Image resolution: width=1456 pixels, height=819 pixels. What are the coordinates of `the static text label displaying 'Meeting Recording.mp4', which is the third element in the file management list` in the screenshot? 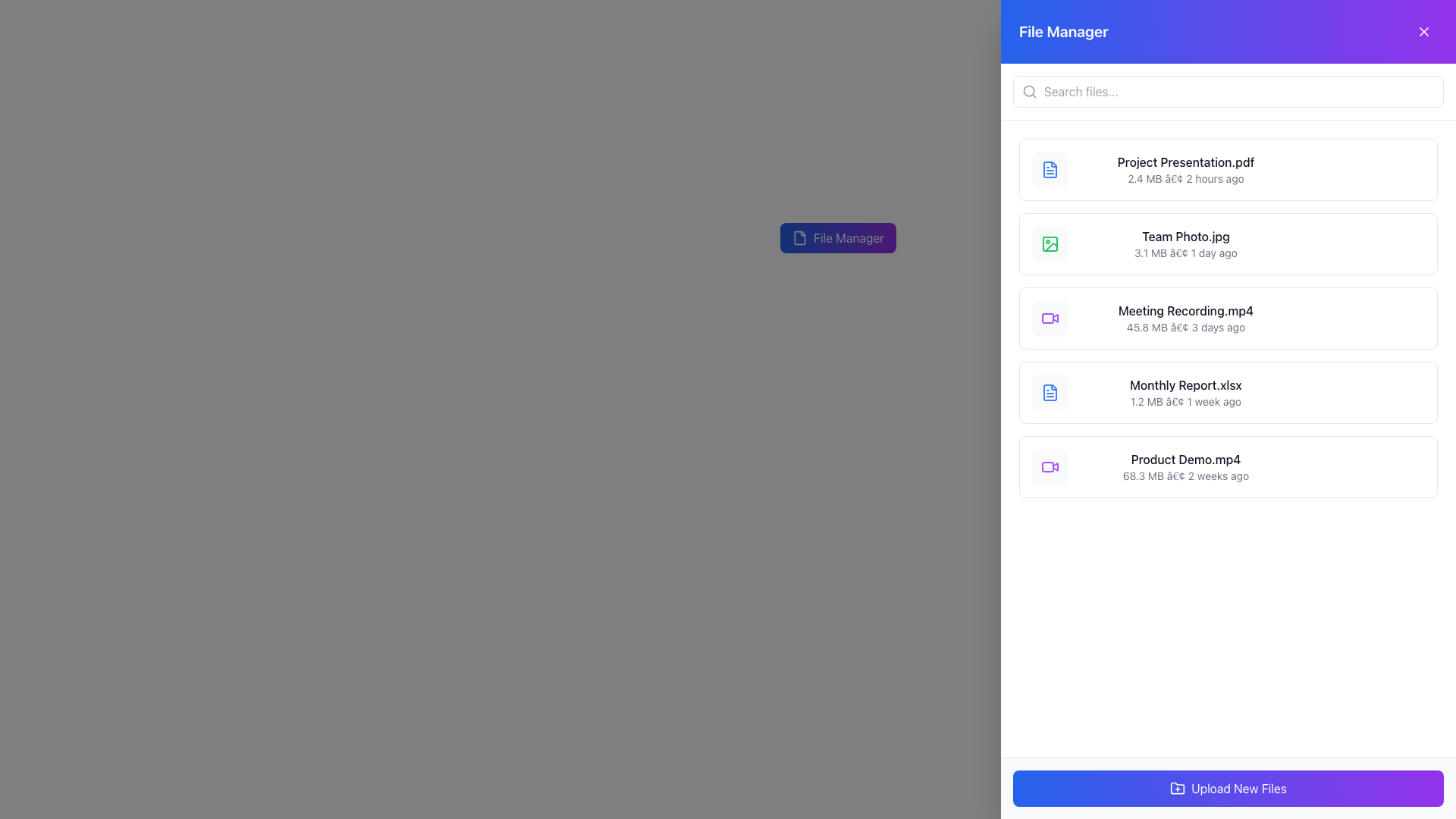 It's located at (1185, 309).